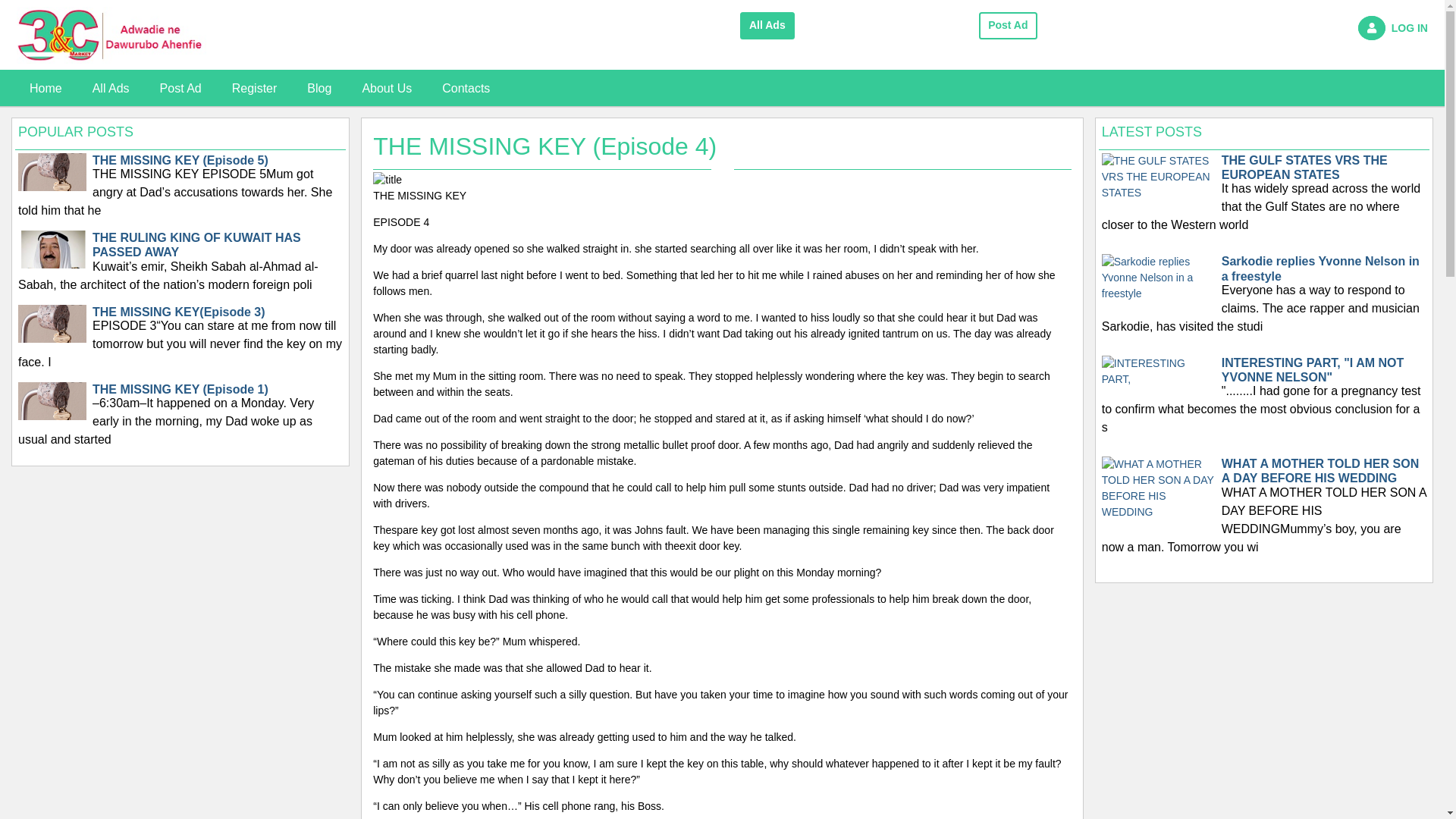 This screenshot has height=819, width=1456. Describe the element at coordinates (767, 26) in the screenshot. I see `'All Ads'` at that location.